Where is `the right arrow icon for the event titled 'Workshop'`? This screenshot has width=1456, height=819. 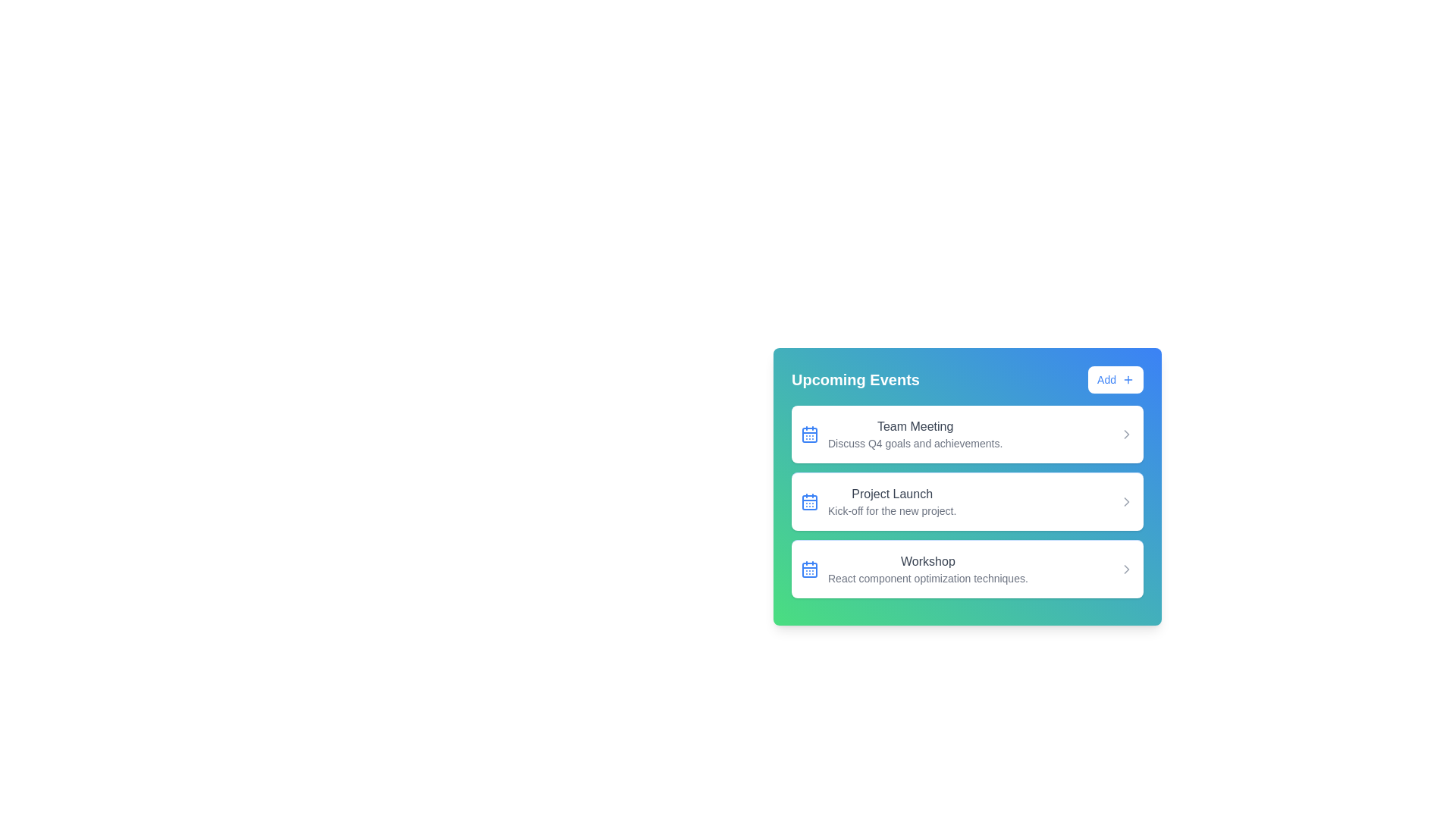 the right arrow icon for the event titled 'Workshop' is located at coordinates (1127, 570).